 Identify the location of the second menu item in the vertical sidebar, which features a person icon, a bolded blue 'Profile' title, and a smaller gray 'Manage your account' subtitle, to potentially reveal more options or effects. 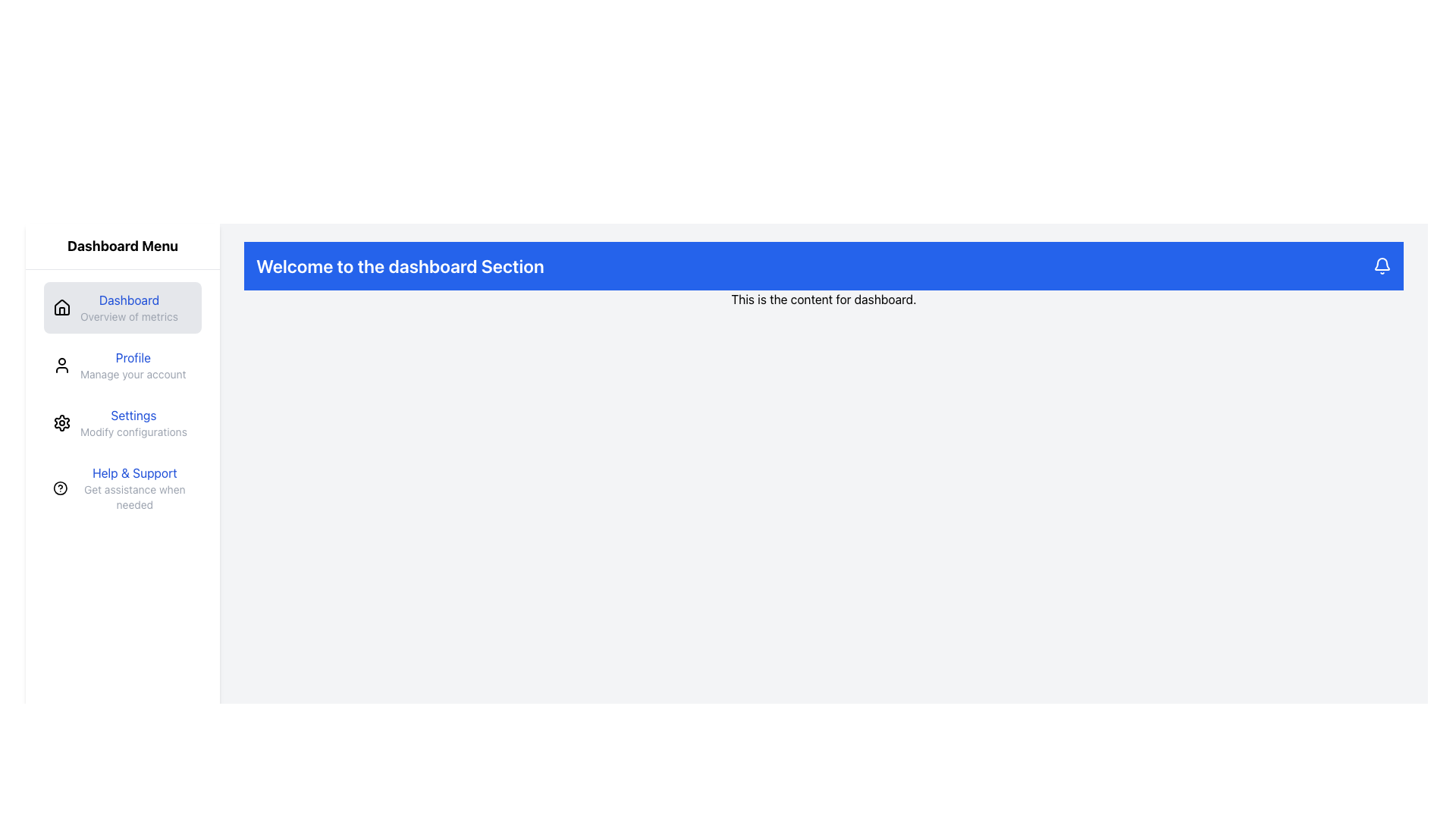
(123, 366).